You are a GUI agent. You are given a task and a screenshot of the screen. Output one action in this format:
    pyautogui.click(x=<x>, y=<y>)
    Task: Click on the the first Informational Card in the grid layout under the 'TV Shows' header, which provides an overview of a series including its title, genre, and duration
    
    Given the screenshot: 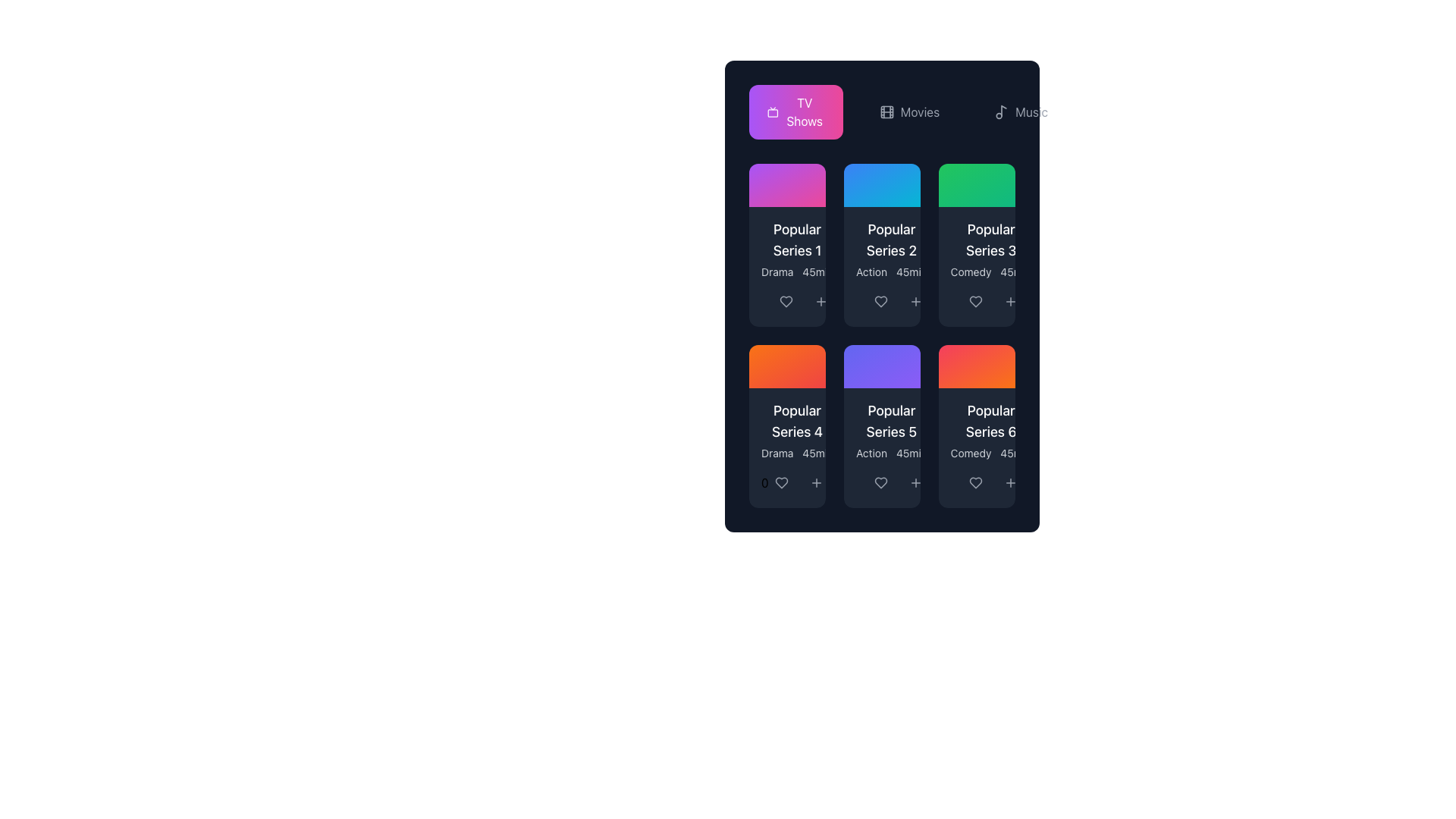 What is the action you would take?
    pyautogui.click(x=787, y=248)
    